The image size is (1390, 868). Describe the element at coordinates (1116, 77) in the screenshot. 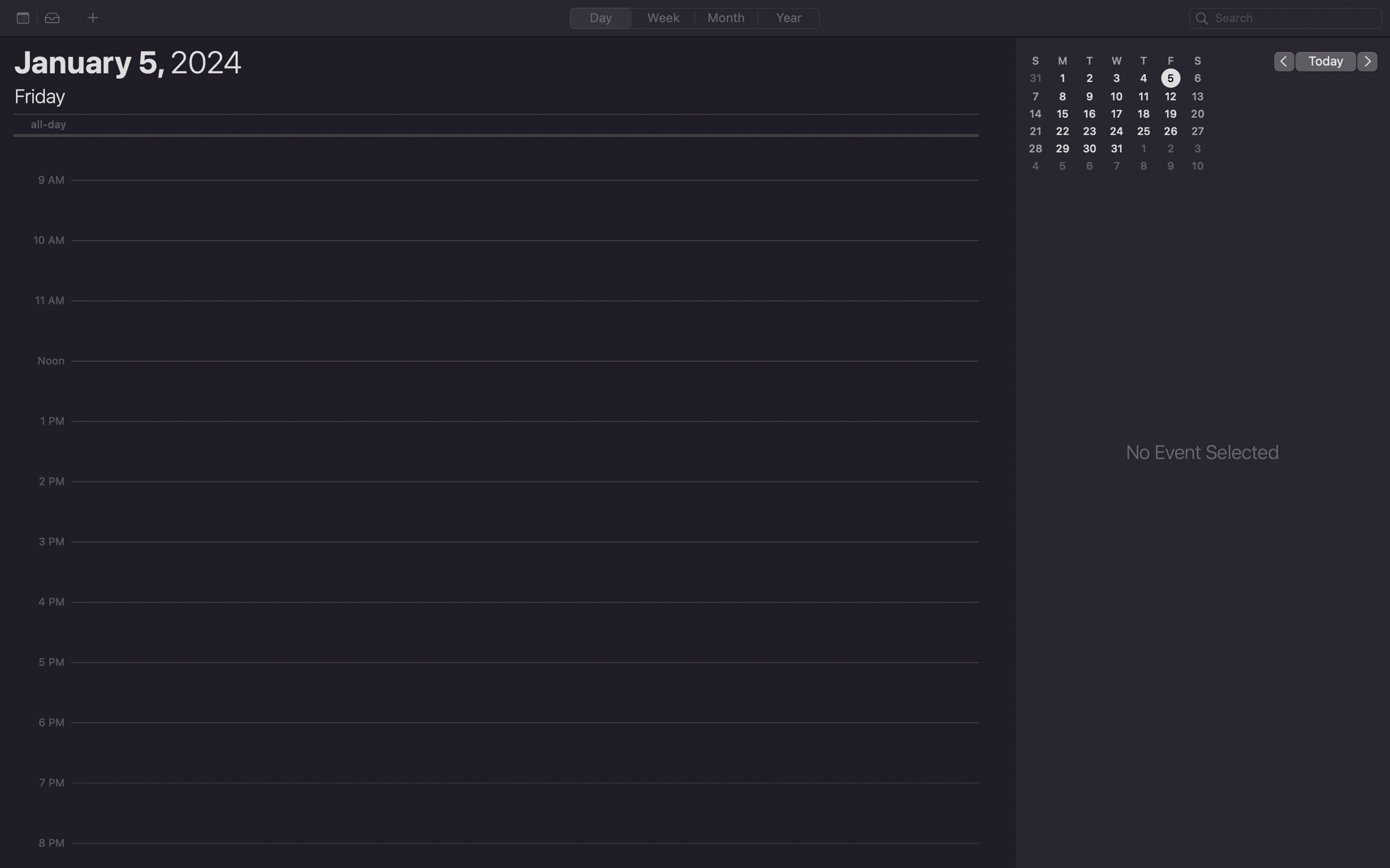

I see `the date 3` at that location.